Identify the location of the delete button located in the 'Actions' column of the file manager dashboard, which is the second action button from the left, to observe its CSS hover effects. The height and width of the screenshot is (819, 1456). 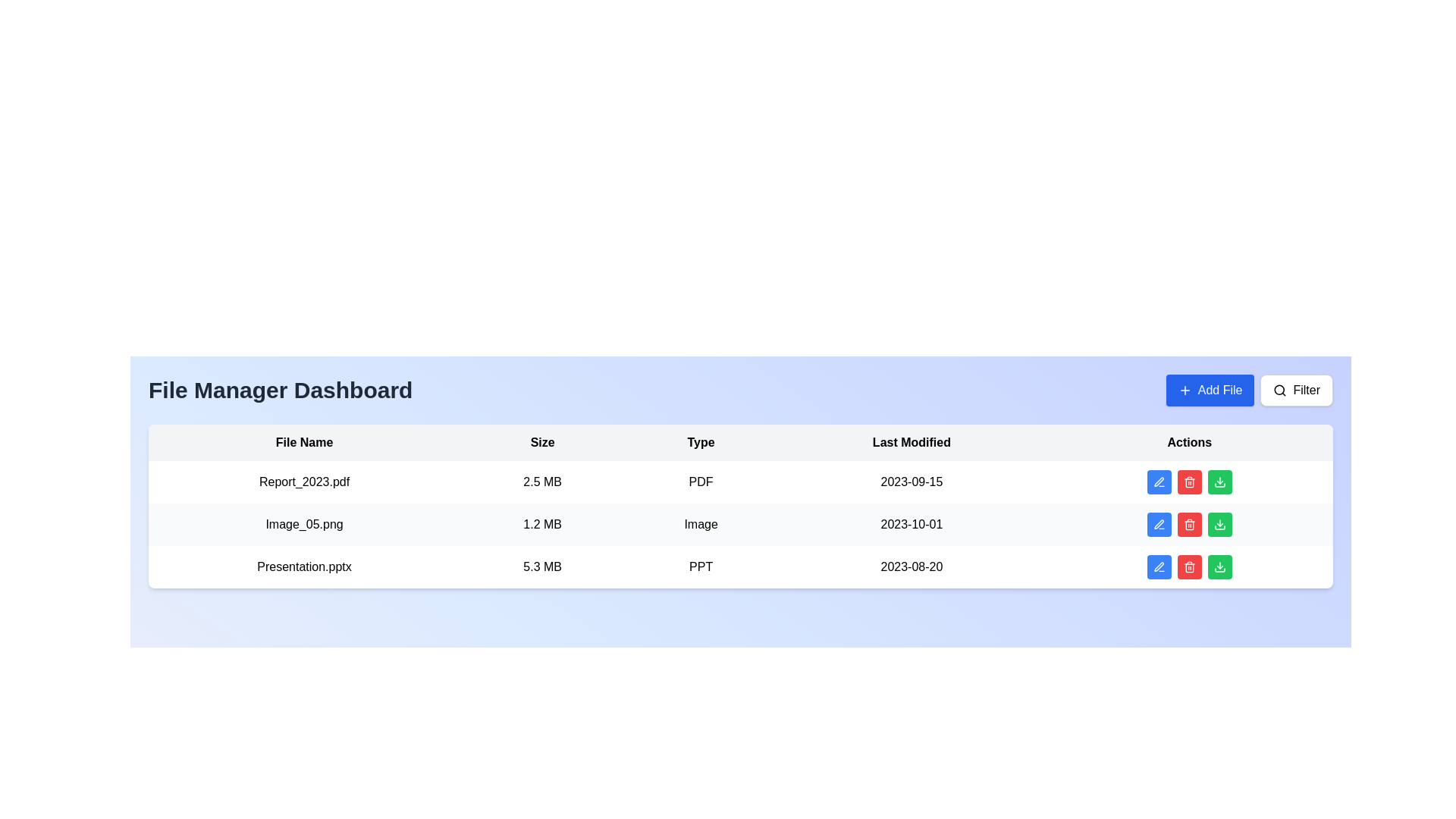
(1188, 482).